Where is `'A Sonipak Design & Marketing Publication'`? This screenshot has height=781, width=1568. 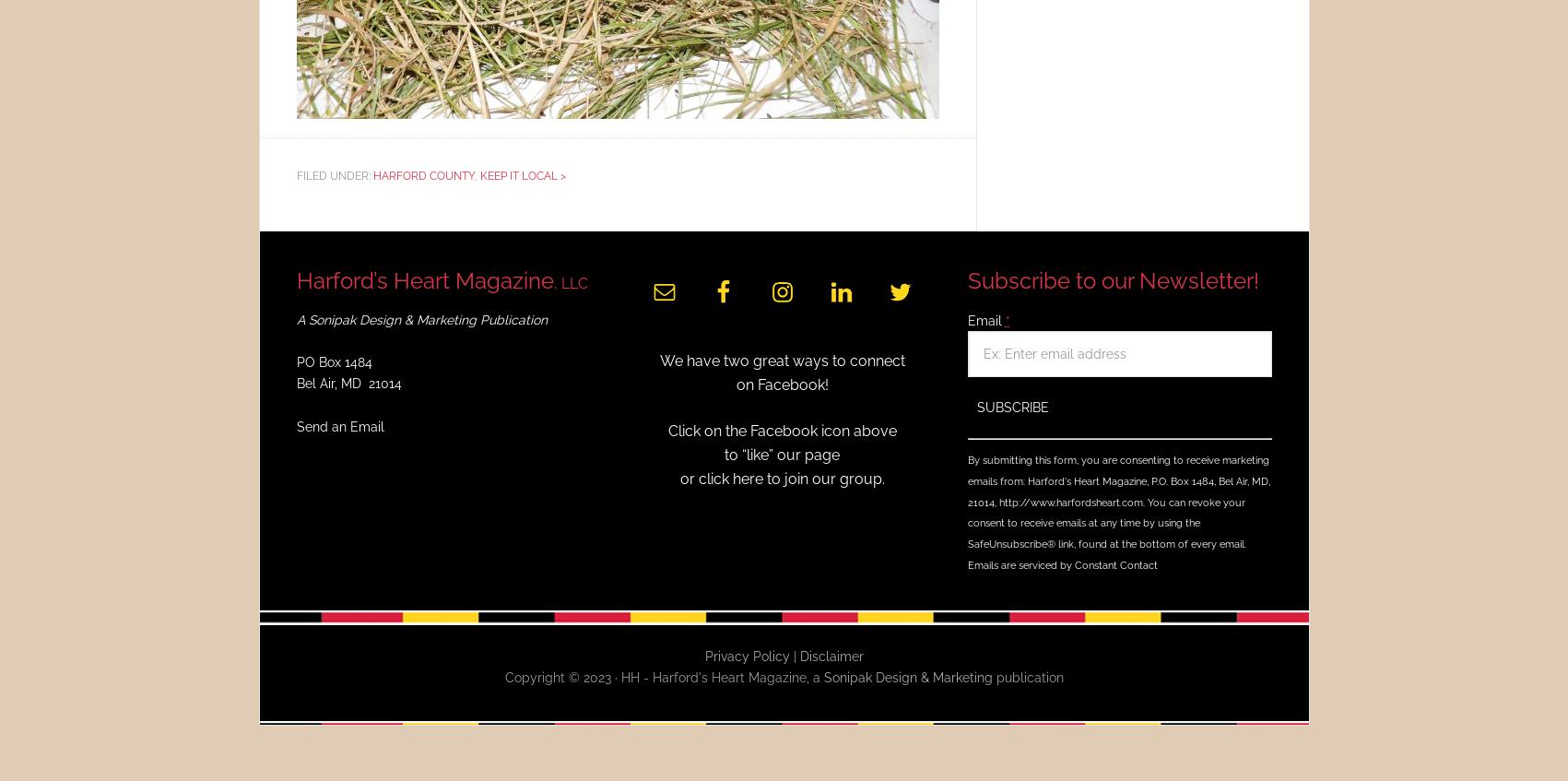
'A Sonipak Design & Marketing Publication' is located at coordinates (420, 318).